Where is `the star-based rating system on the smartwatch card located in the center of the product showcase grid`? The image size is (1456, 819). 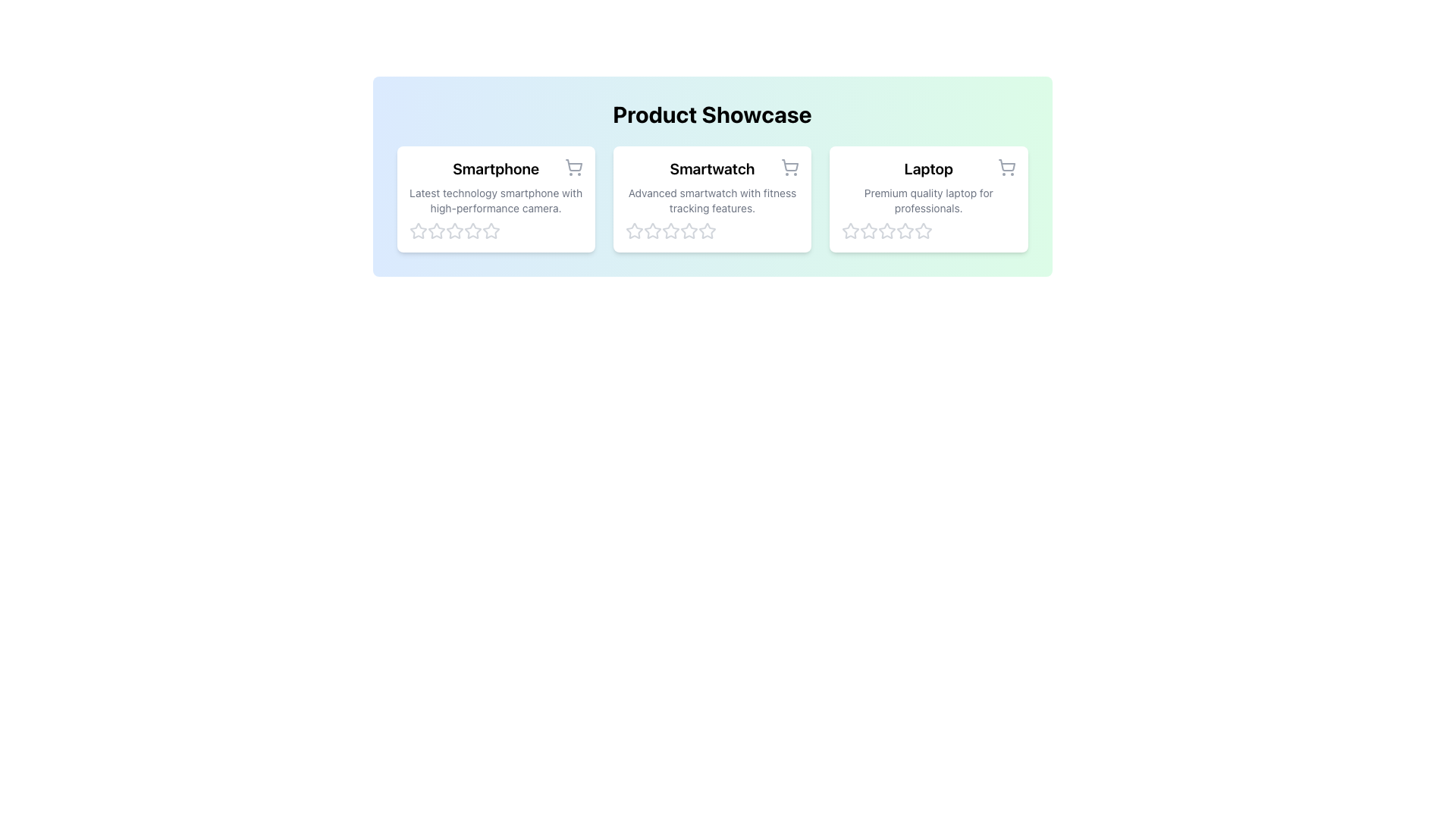
the star-based rating system on the smartwatch card located in the center of the product showcase grid is located at coordinates (711, 198).